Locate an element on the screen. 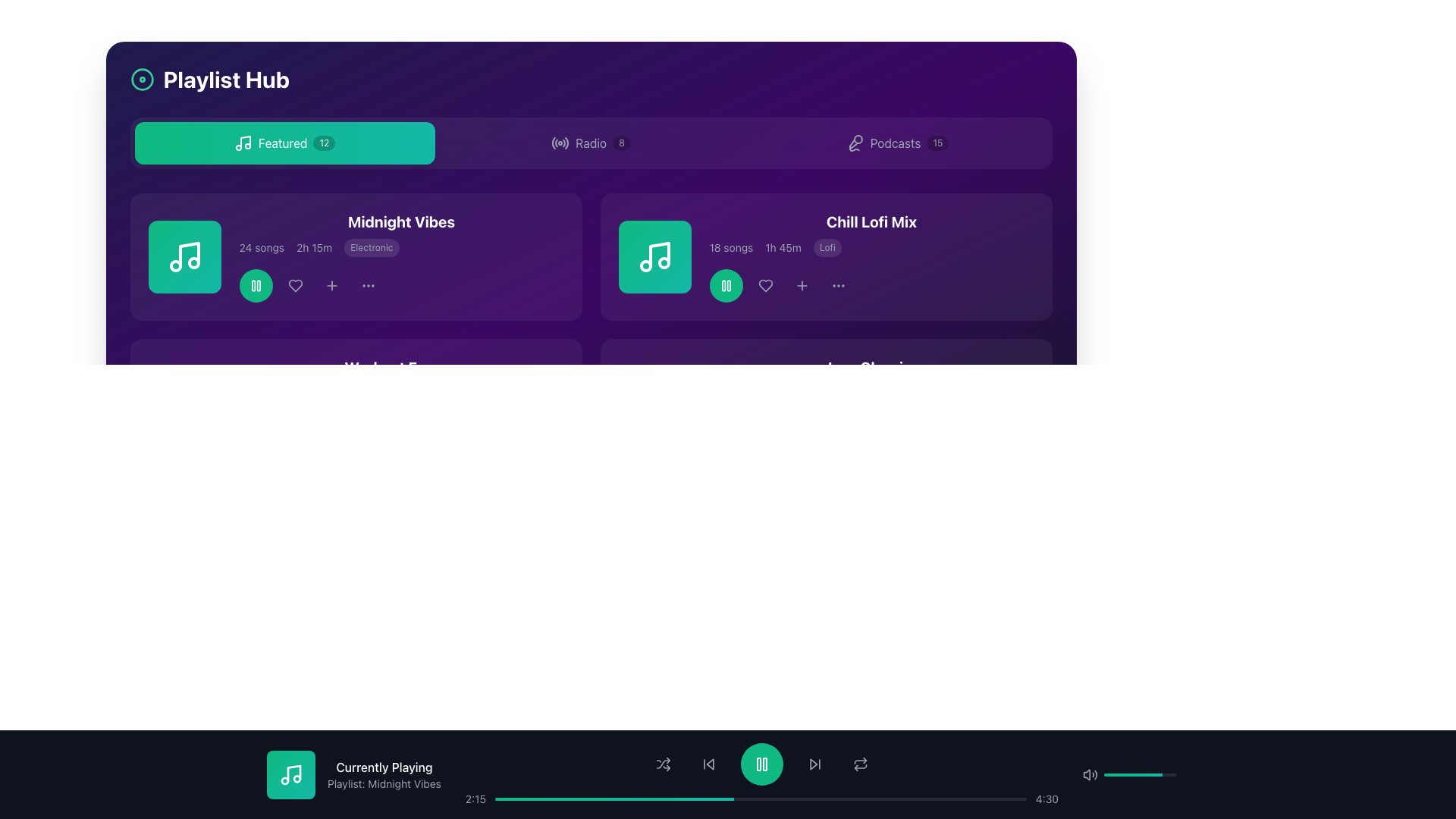  playback time is located at coordinates (652, 798).